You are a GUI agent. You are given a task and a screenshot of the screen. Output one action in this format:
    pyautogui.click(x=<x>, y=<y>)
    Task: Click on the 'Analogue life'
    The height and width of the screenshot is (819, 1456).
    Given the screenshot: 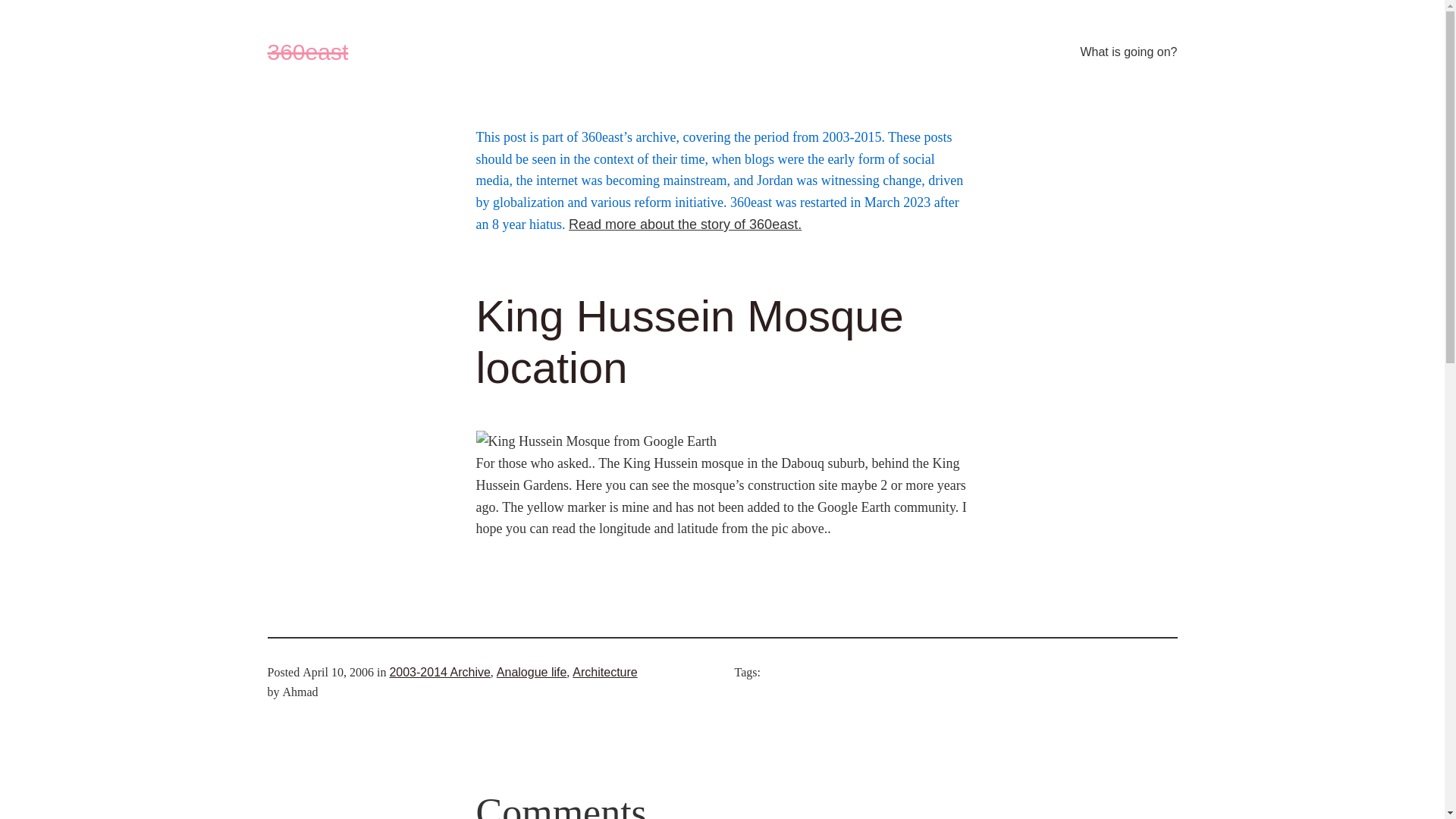 What is the action you would take?
    pyautogui.click(x=496, y=671)
    